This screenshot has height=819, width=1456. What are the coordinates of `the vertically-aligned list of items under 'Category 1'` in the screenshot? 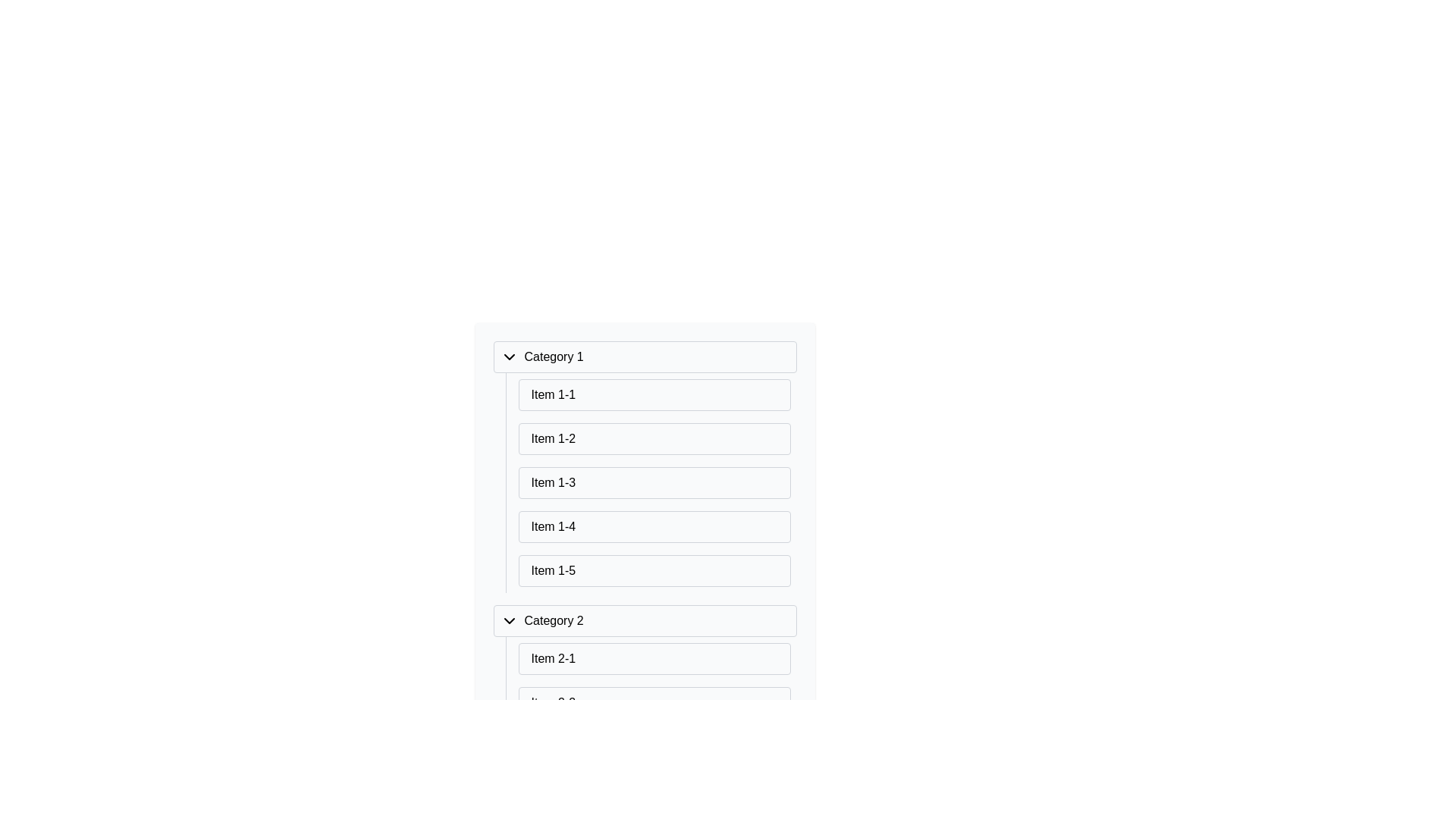 It's located at (651, 482).